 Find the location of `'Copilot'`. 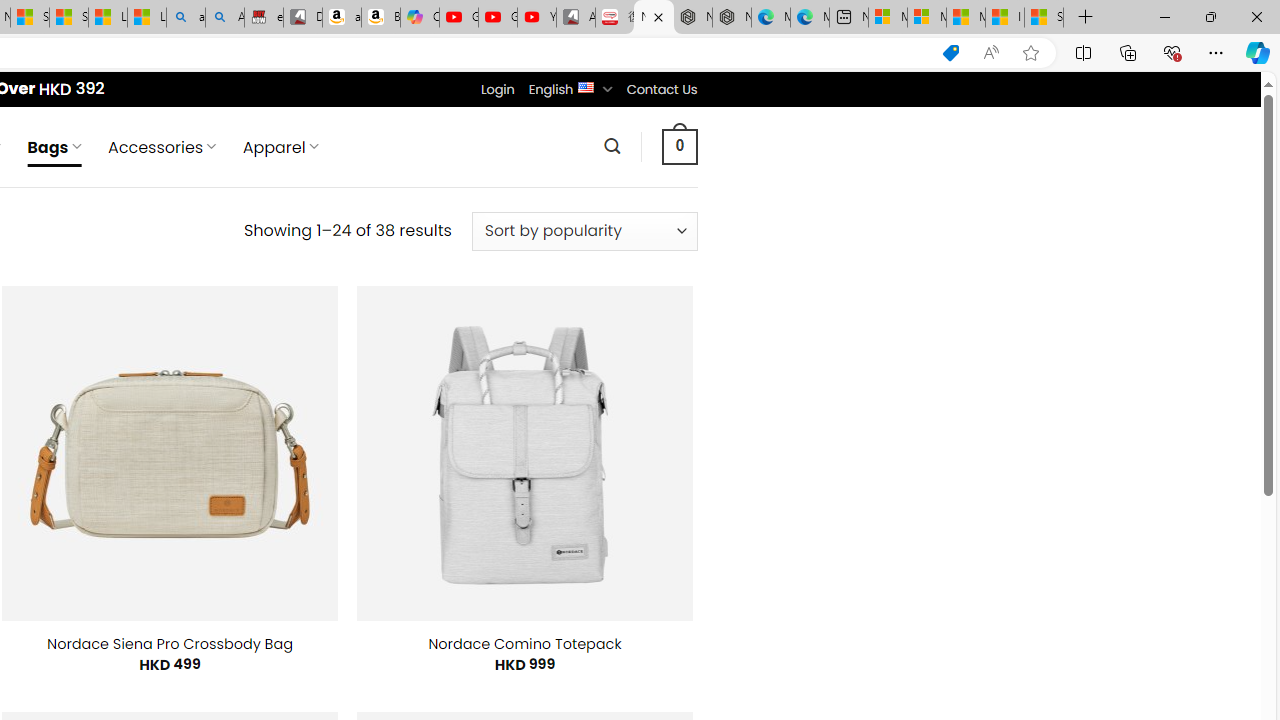

'Copilot' is located at coordinates (418, 17).